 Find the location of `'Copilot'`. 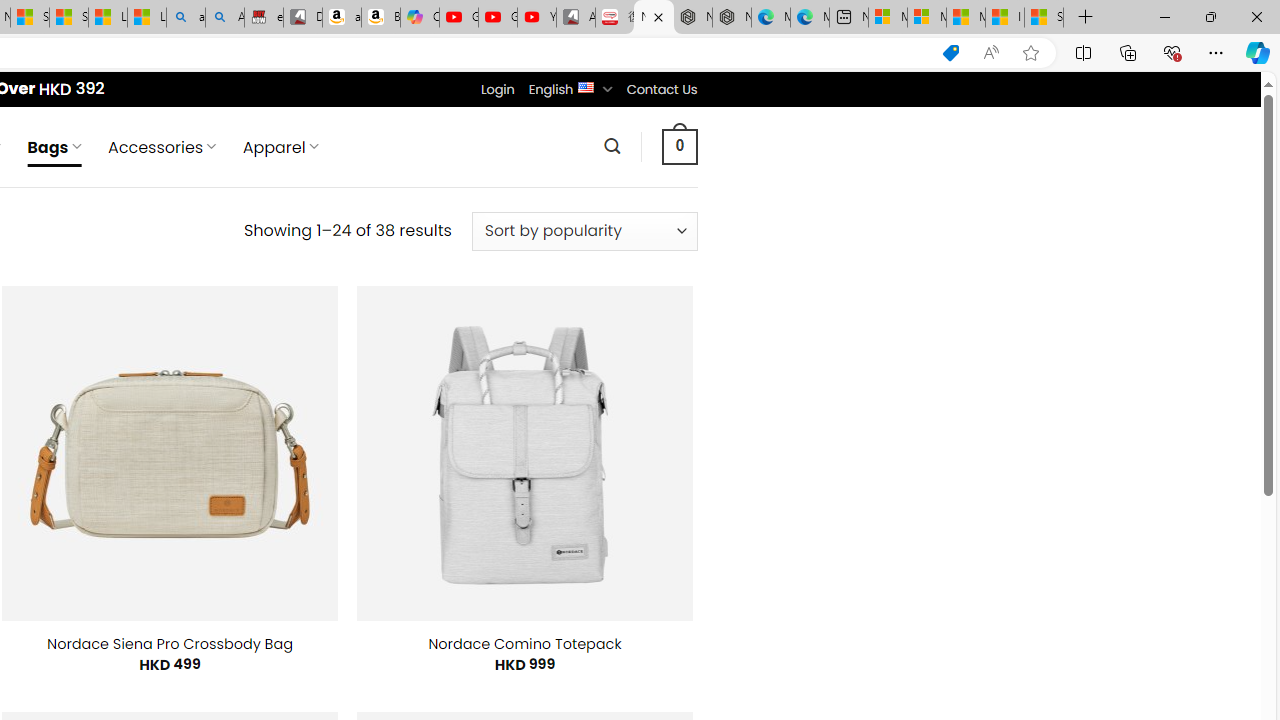

'Copilot' is located at coordinates (418, 17).